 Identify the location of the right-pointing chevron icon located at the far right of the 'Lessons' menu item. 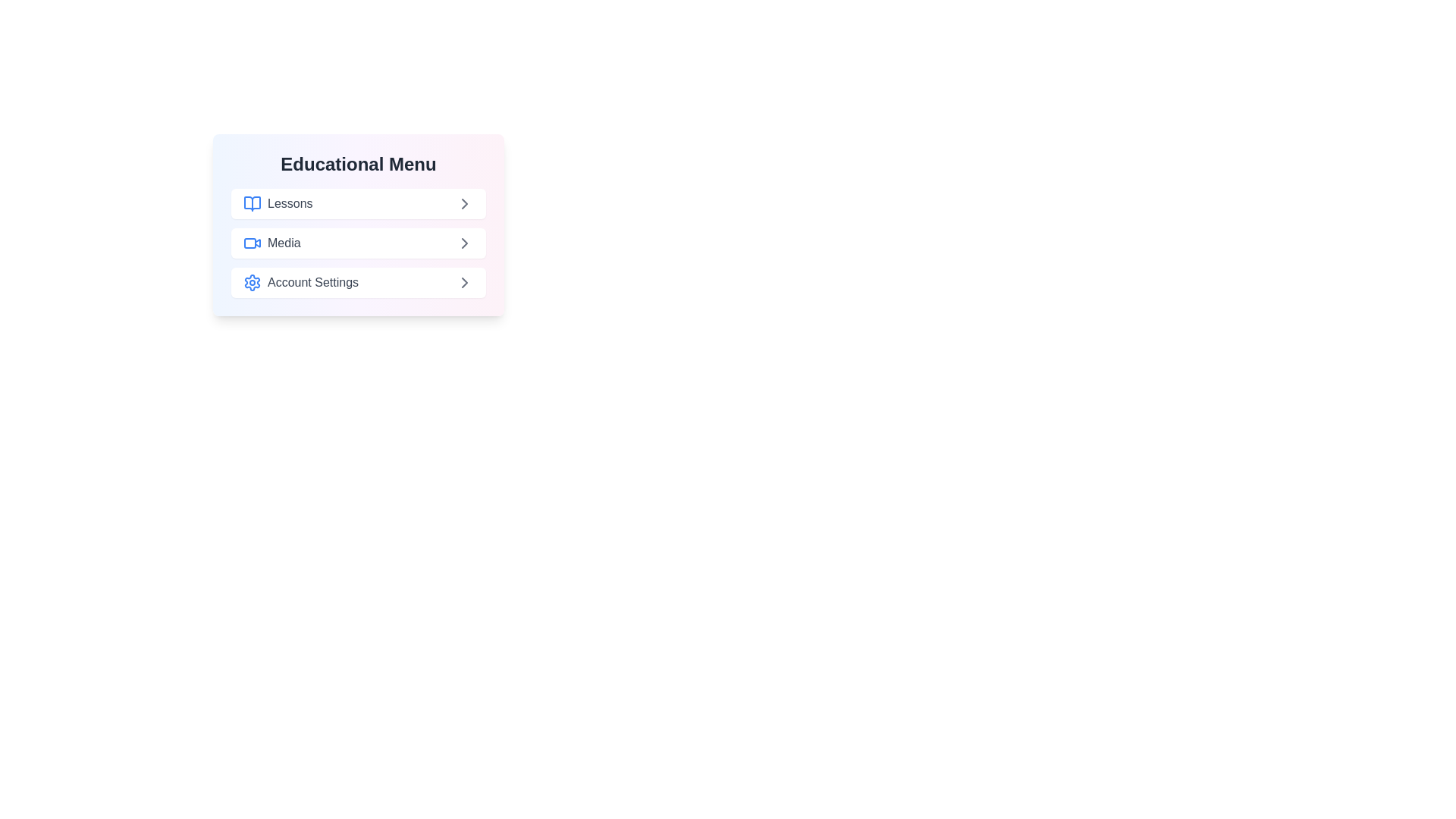
(464, 203).